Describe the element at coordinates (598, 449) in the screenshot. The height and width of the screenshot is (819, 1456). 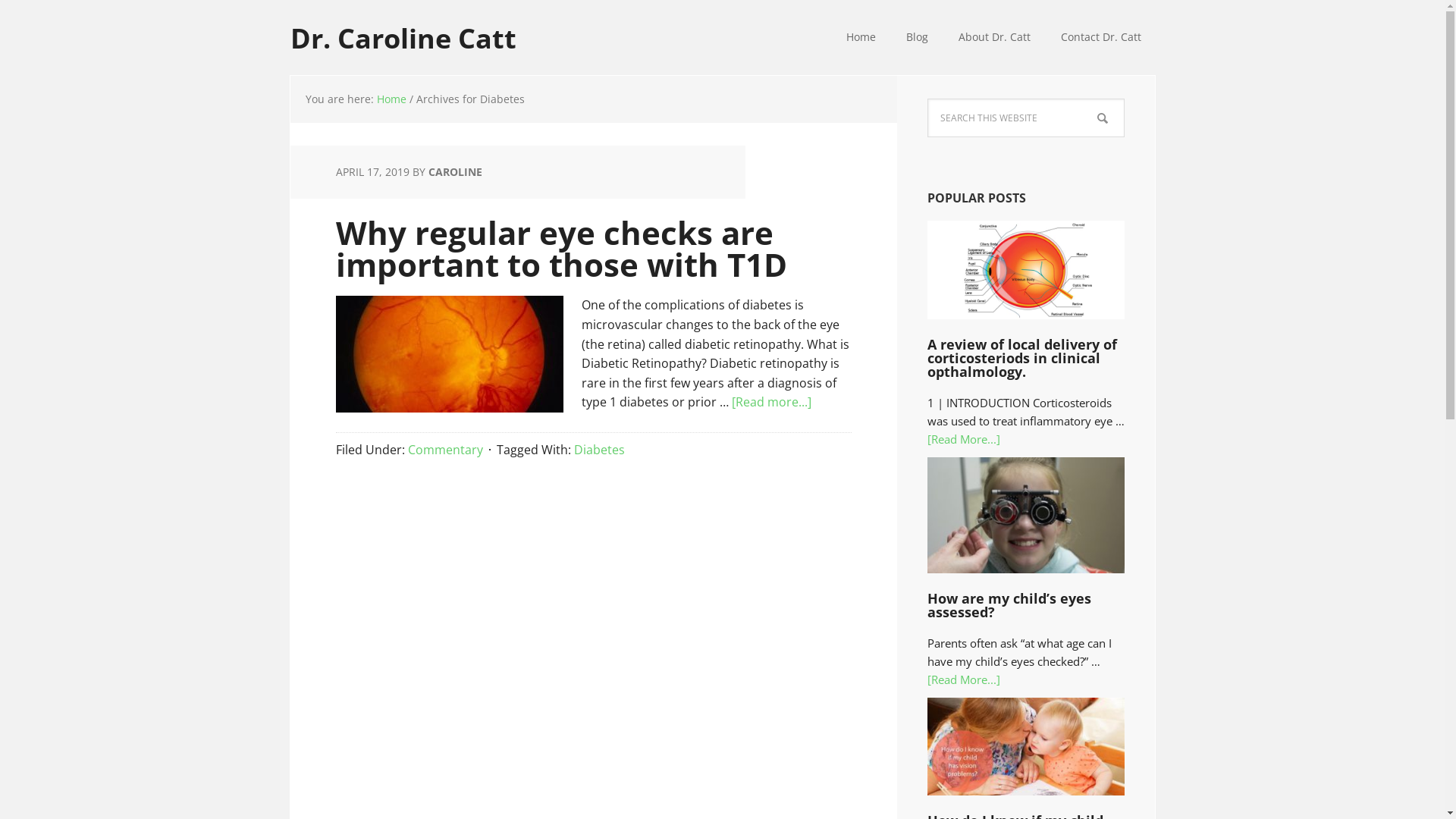
I see `'Diabetes'` at that location.